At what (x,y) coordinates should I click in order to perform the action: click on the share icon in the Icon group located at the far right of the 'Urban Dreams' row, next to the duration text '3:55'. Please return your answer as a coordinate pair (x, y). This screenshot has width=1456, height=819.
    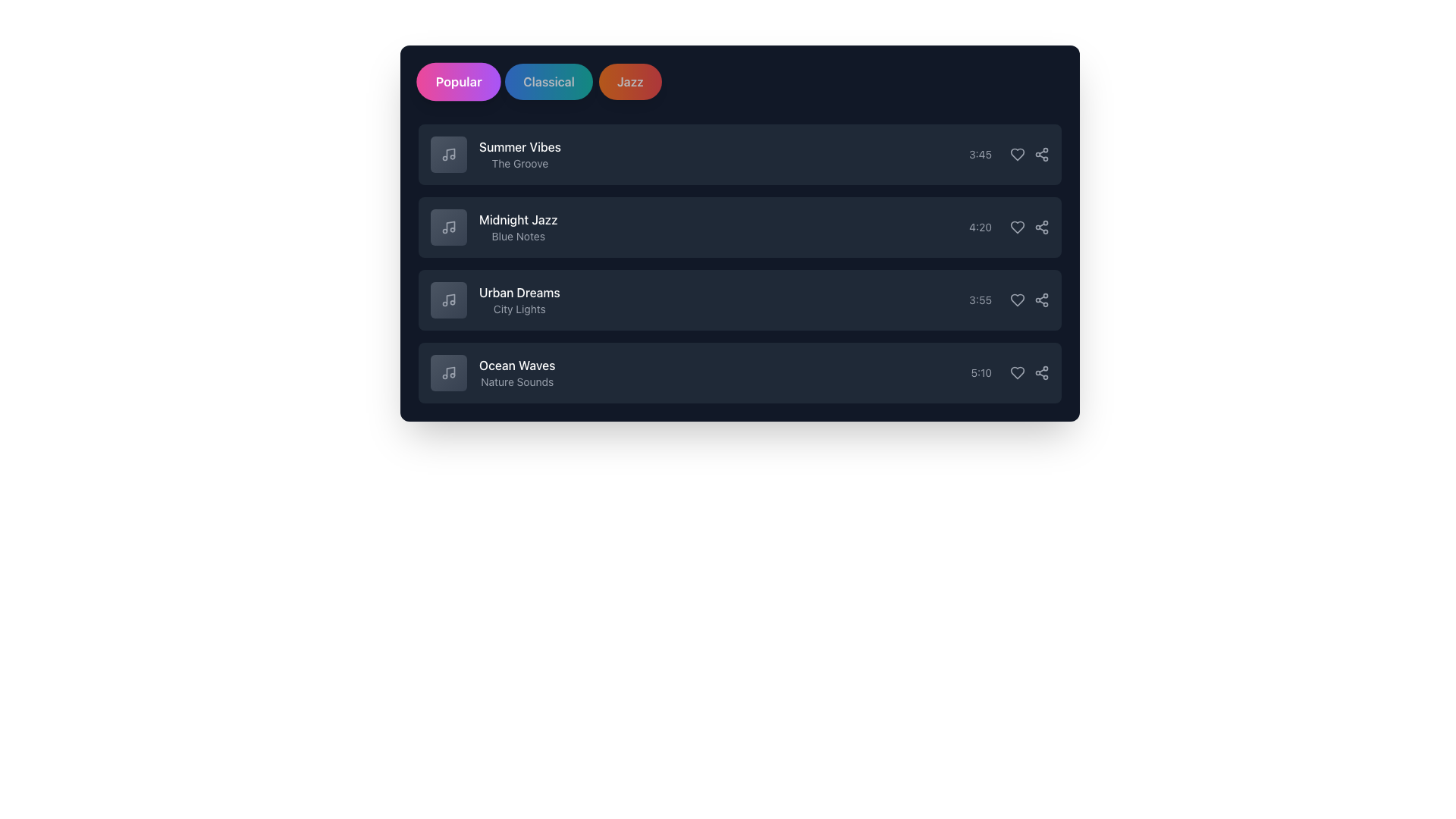
    Looking at the image, I should click on (1030, 300).